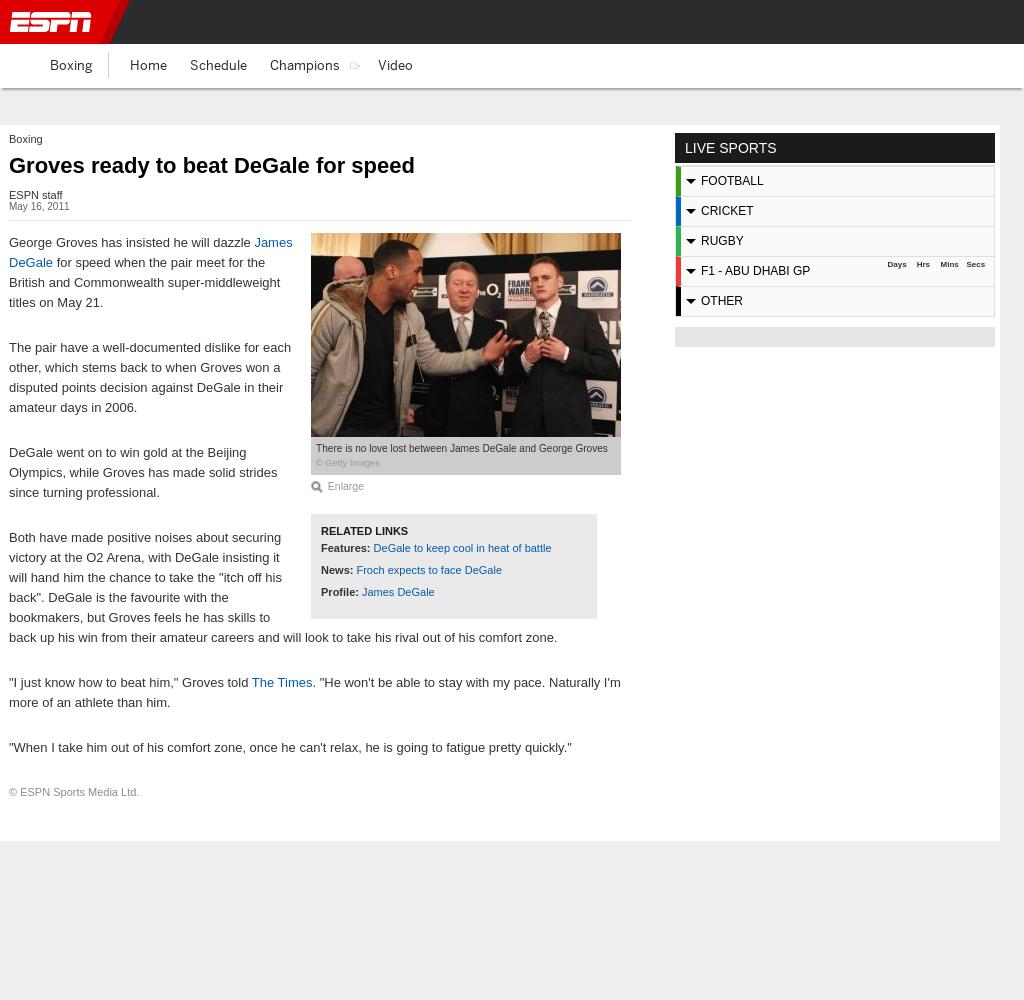  Describe the element at coordinates (147, 64) in the screenshot. I see `'Home'` at that location.